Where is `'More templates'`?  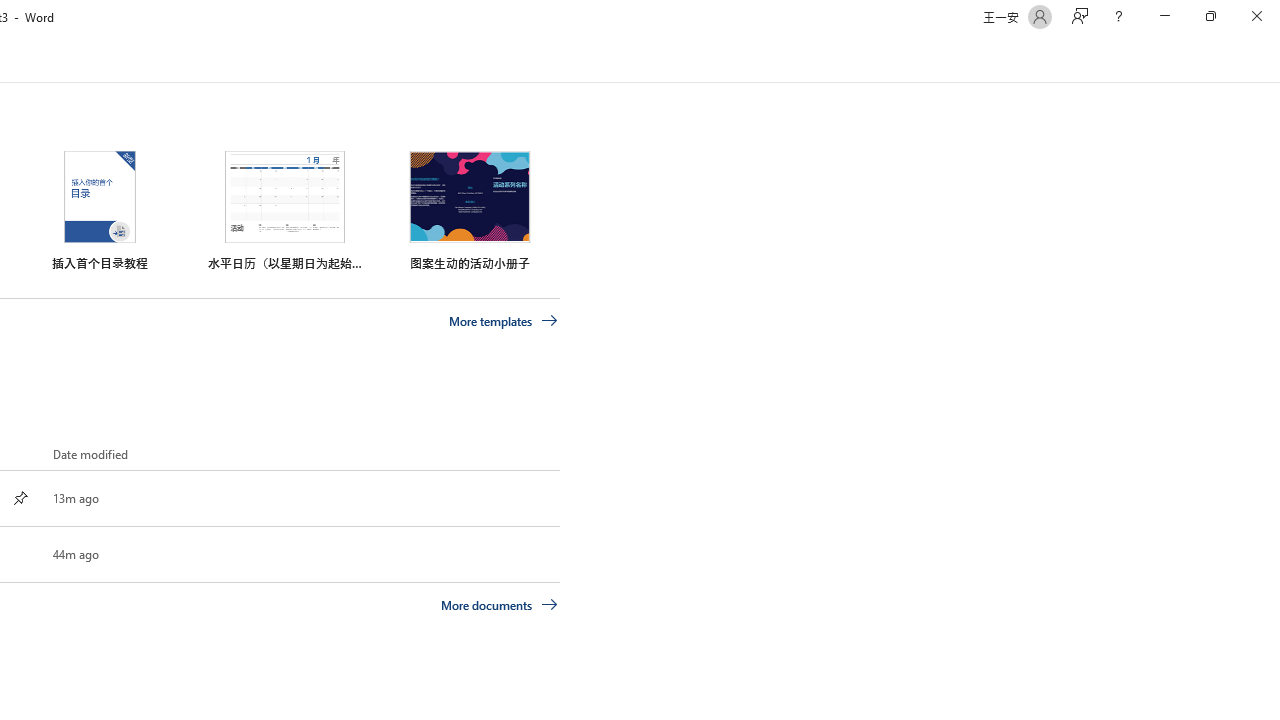
'More templates' is located at coordinates (503, 320).